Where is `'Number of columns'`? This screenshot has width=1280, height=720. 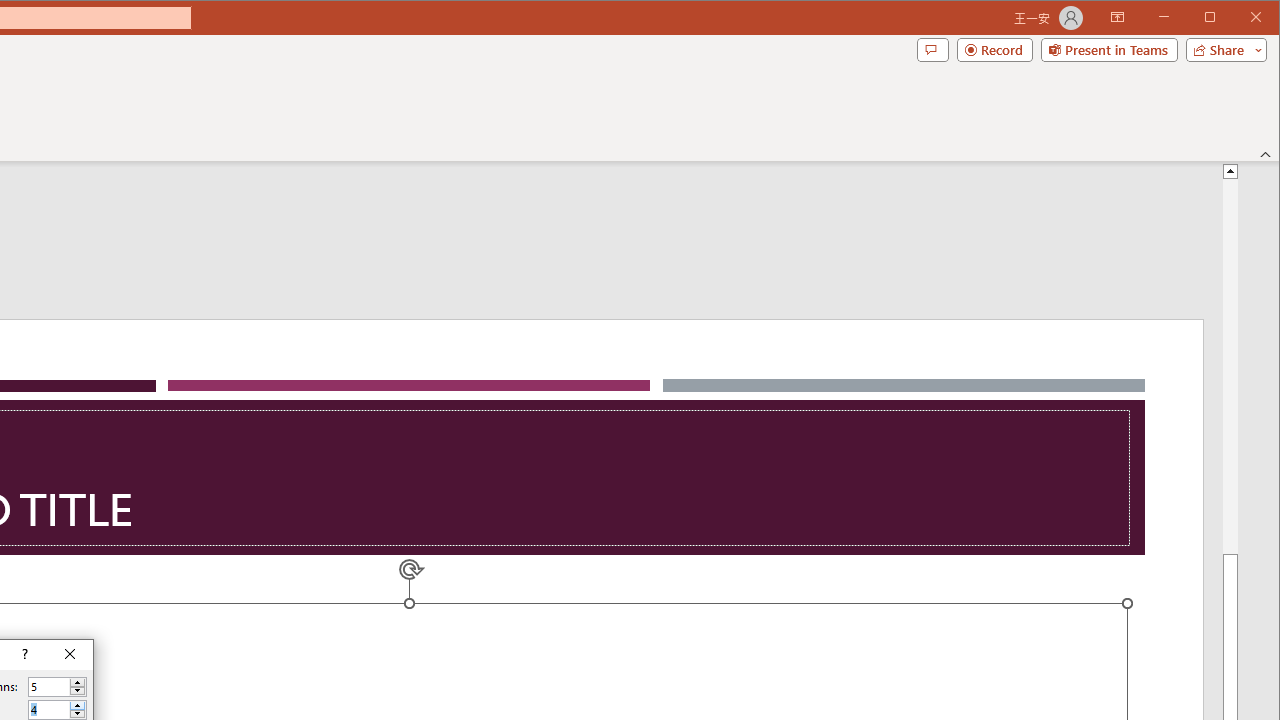 'Number of columns' is located at coordinates (49, 686).